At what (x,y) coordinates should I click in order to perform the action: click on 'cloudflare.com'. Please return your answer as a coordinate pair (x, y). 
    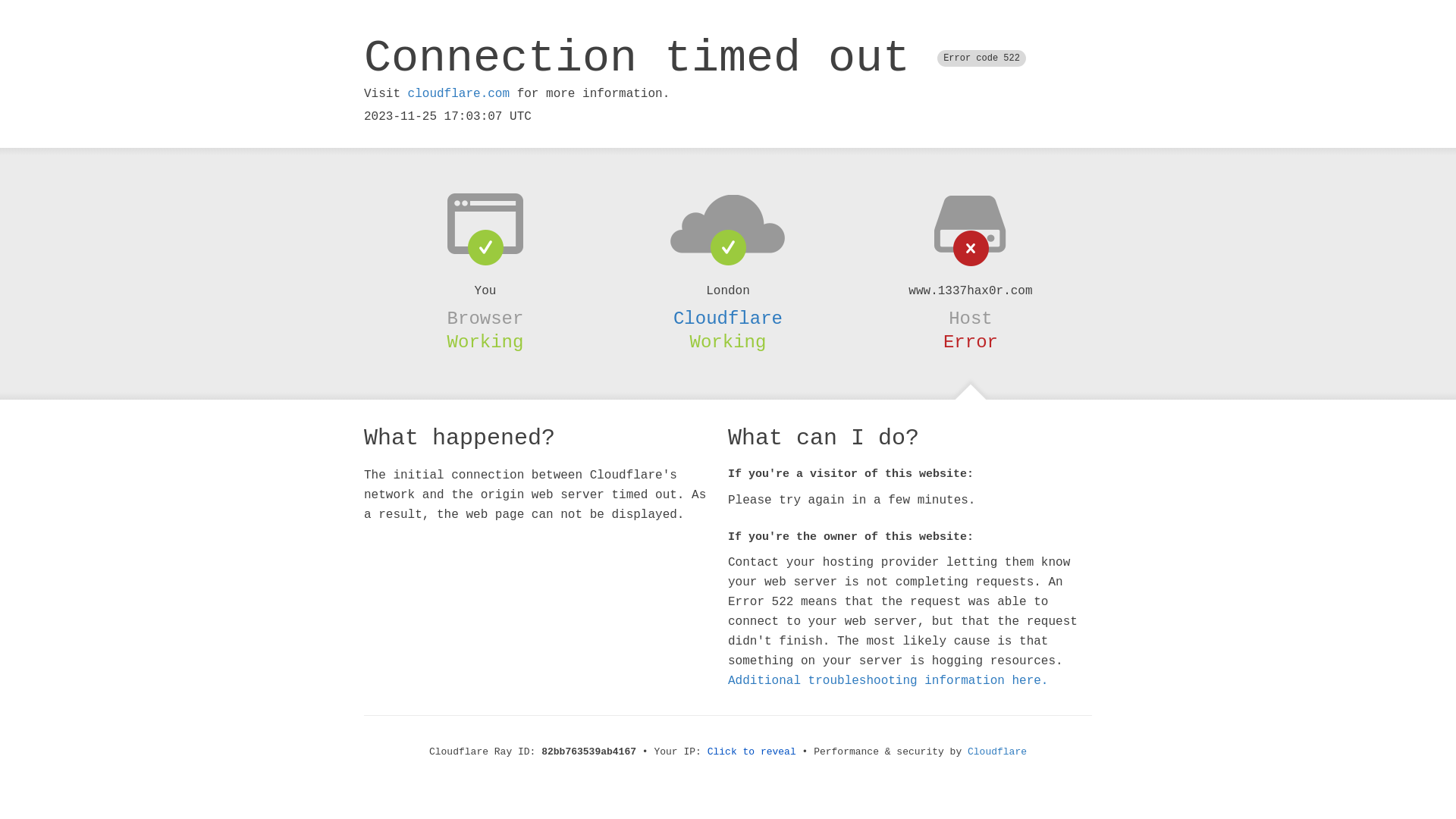
    Looking at the image, I should click on (457, 93).